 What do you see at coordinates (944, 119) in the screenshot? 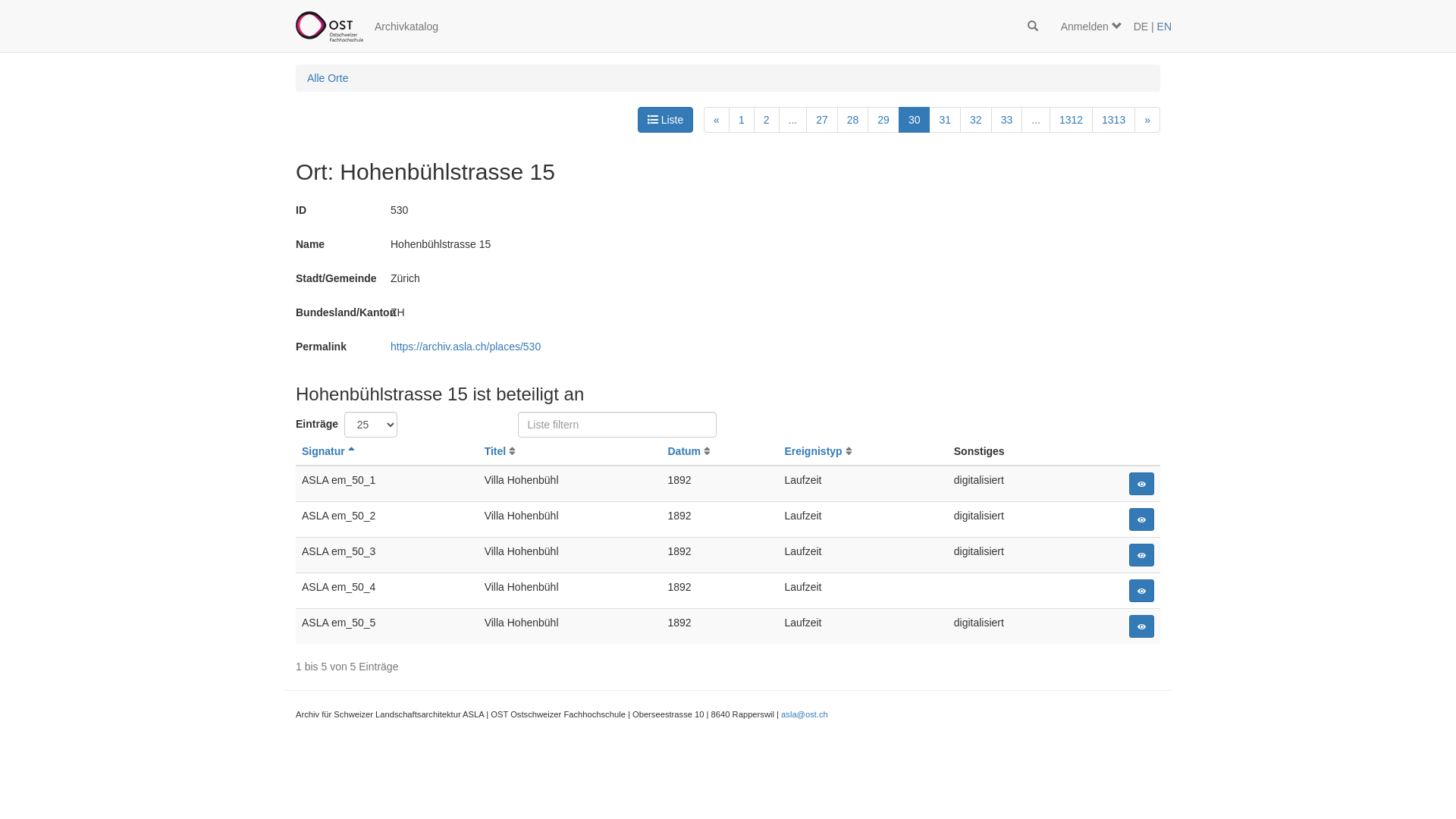
I see `'31'` at bounding box center [944, 119].